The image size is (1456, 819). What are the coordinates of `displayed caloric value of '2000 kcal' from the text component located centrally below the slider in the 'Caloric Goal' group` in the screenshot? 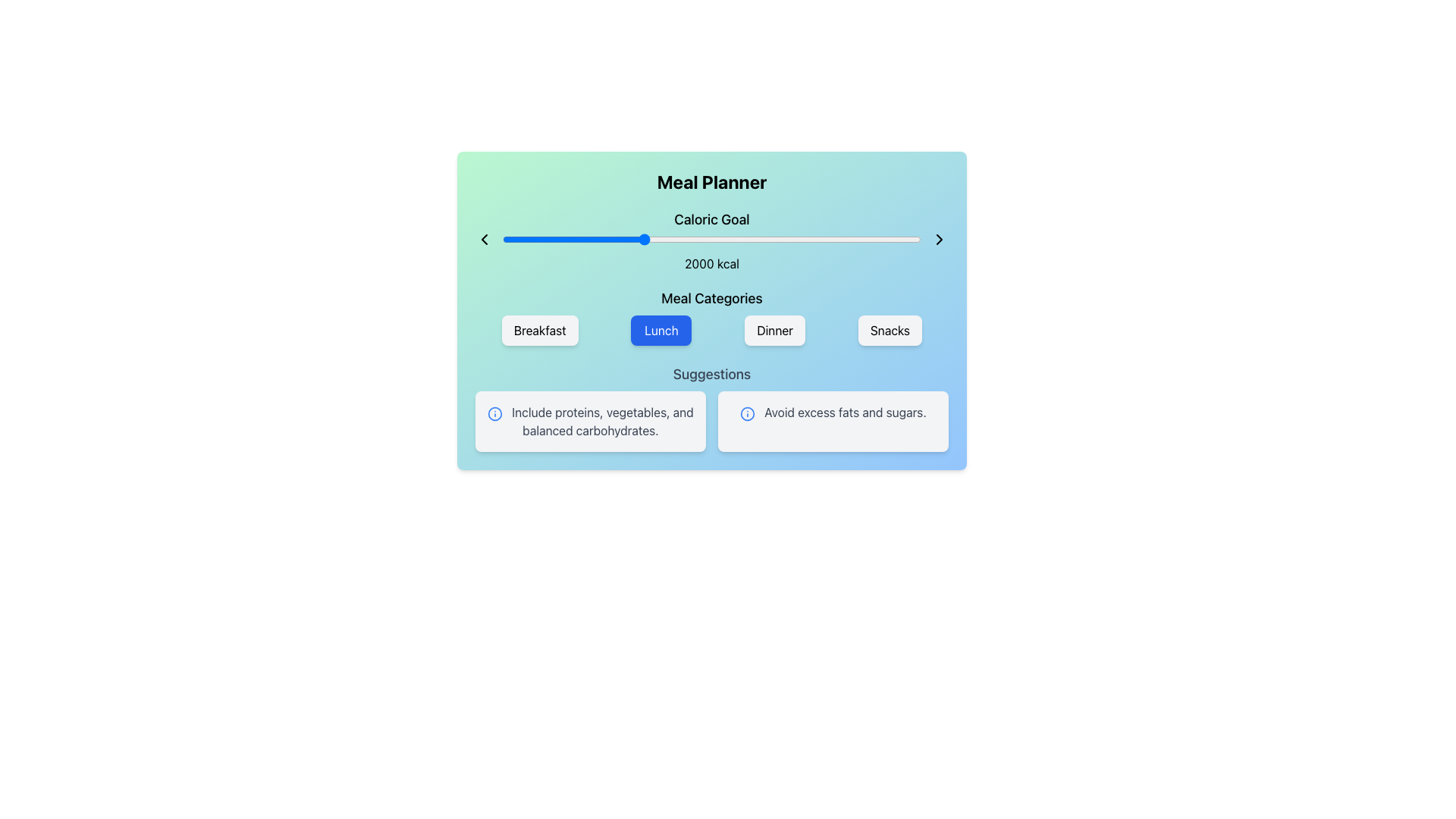 It's located at (711, 262).